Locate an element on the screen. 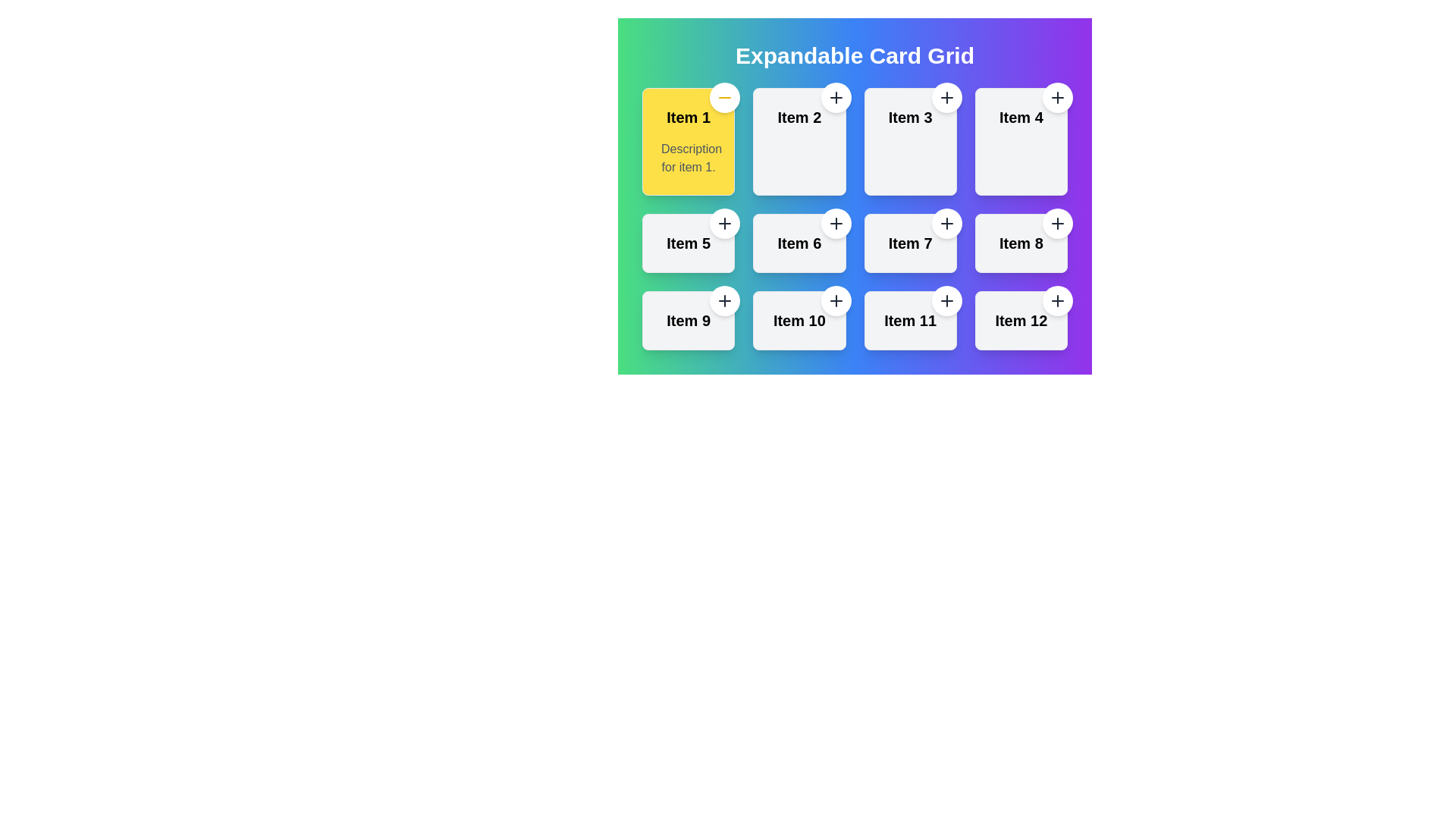 The width and height of the screenshot is (1456, 819). the plus '+' icon button with a rounded white background located at the top-right corner of the card labeled 'Item 5' is located at coordinates (724, 223).